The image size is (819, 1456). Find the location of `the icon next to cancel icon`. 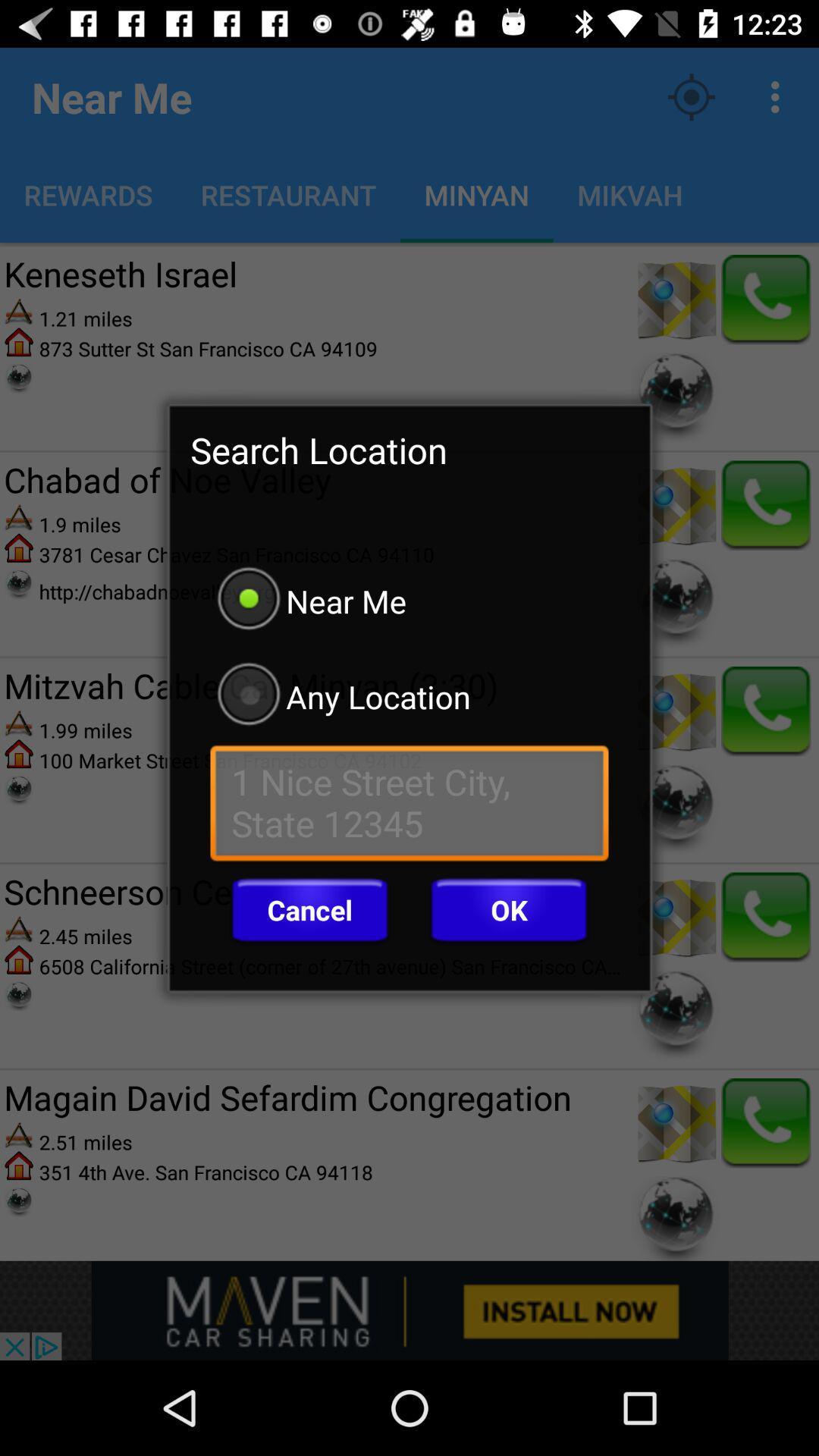

the icon next to cancel icon is located at coordinates (509, 910).